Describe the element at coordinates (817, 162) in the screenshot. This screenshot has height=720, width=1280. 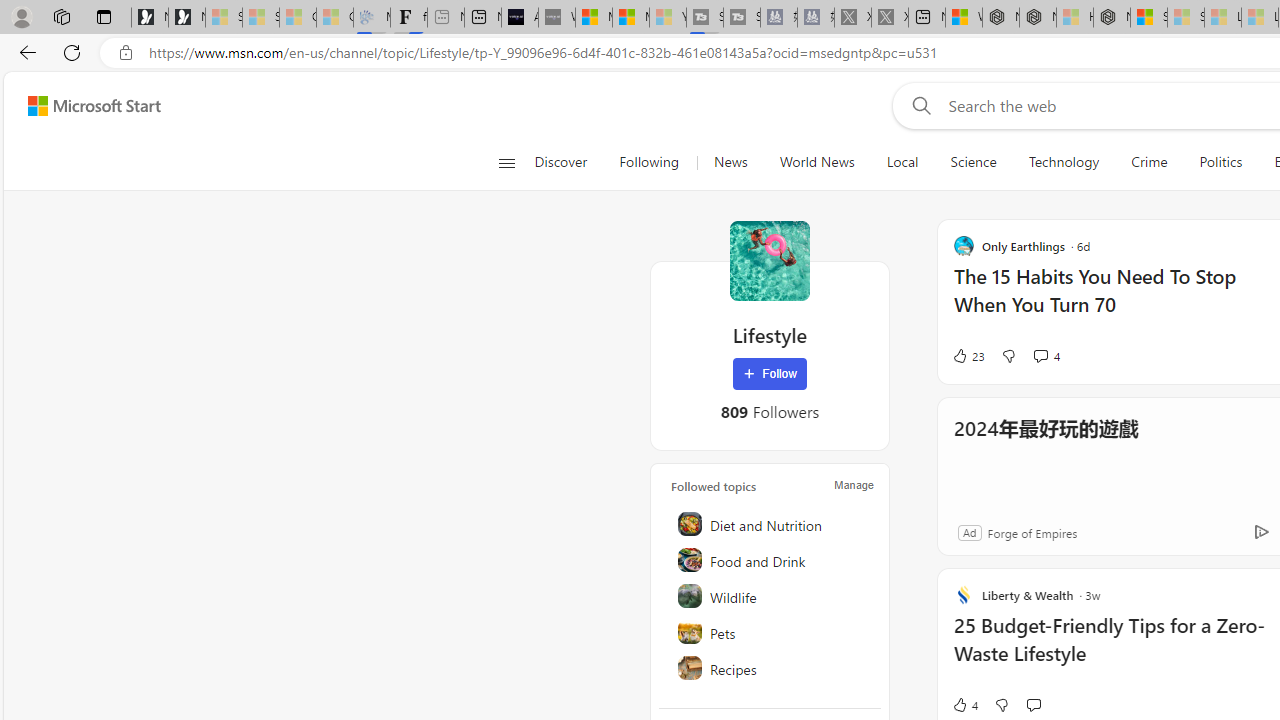
I see `'World News'` at that location.